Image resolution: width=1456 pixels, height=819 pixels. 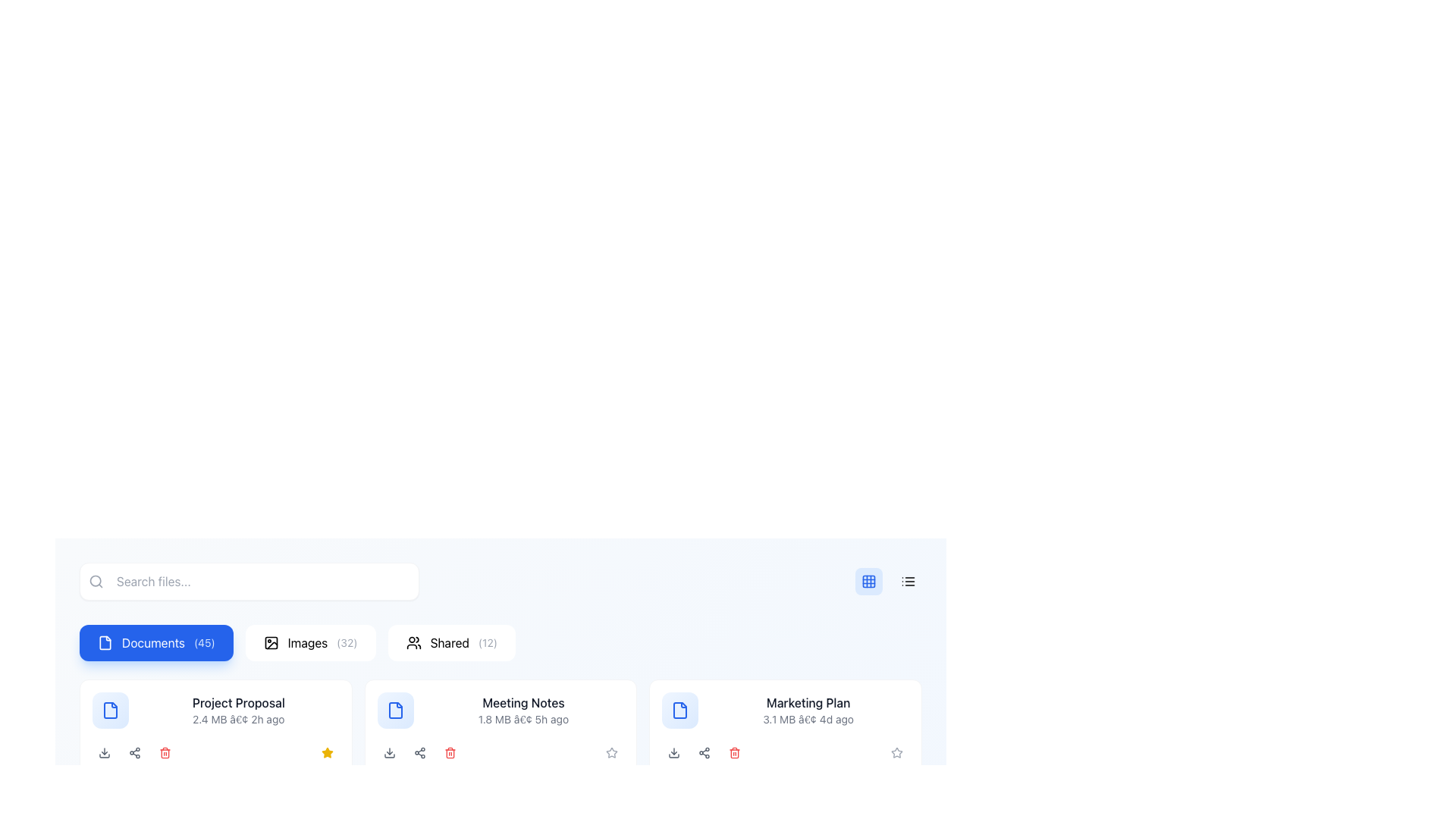 What do you see at coordinates (95, 581) in the screenshot?
I see `the magnifying glass SVG icon representing the search functionality, located in the upper left part of the search input field adjacent to the placeholder text 'Search files...'` at bounding box center [95, 581].